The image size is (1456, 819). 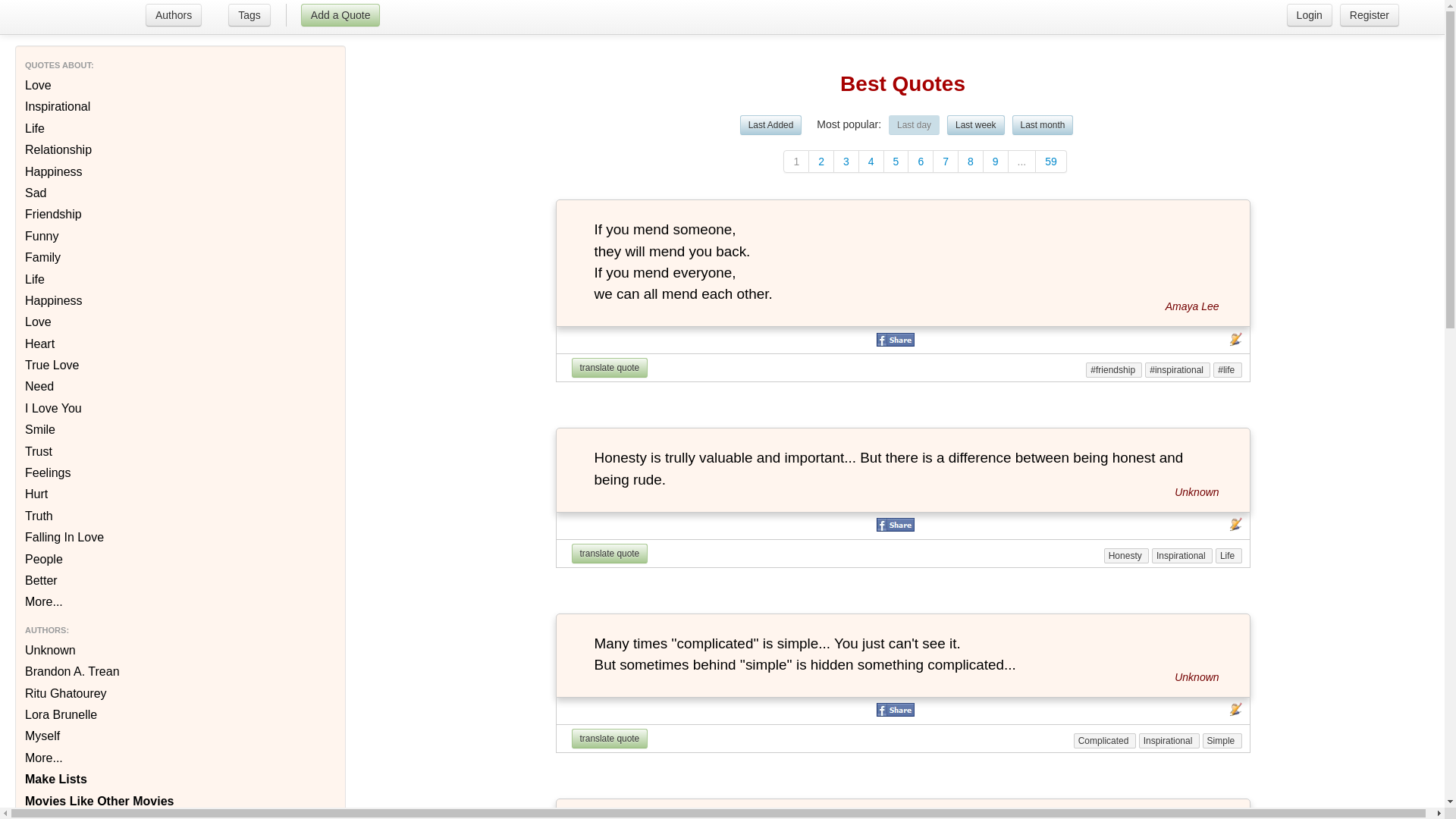 What do you see at coordinates (14, 149) in the screenshot?
I see `'Relationship'` at bounding box center [14, 149].